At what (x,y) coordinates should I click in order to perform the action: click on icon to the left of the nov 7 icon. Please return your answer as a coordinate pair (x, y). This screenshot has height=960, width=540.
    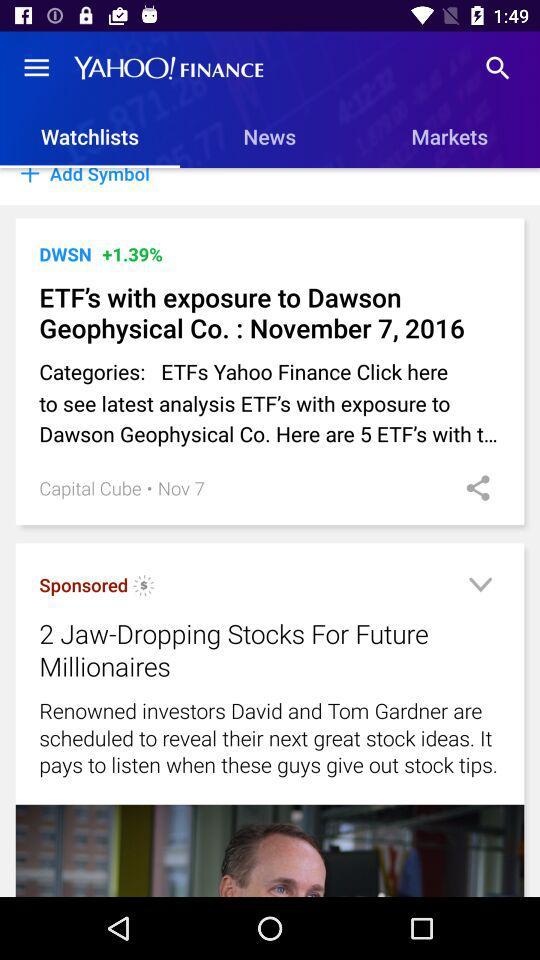
    Looking at the image, I should click on (148, 487).